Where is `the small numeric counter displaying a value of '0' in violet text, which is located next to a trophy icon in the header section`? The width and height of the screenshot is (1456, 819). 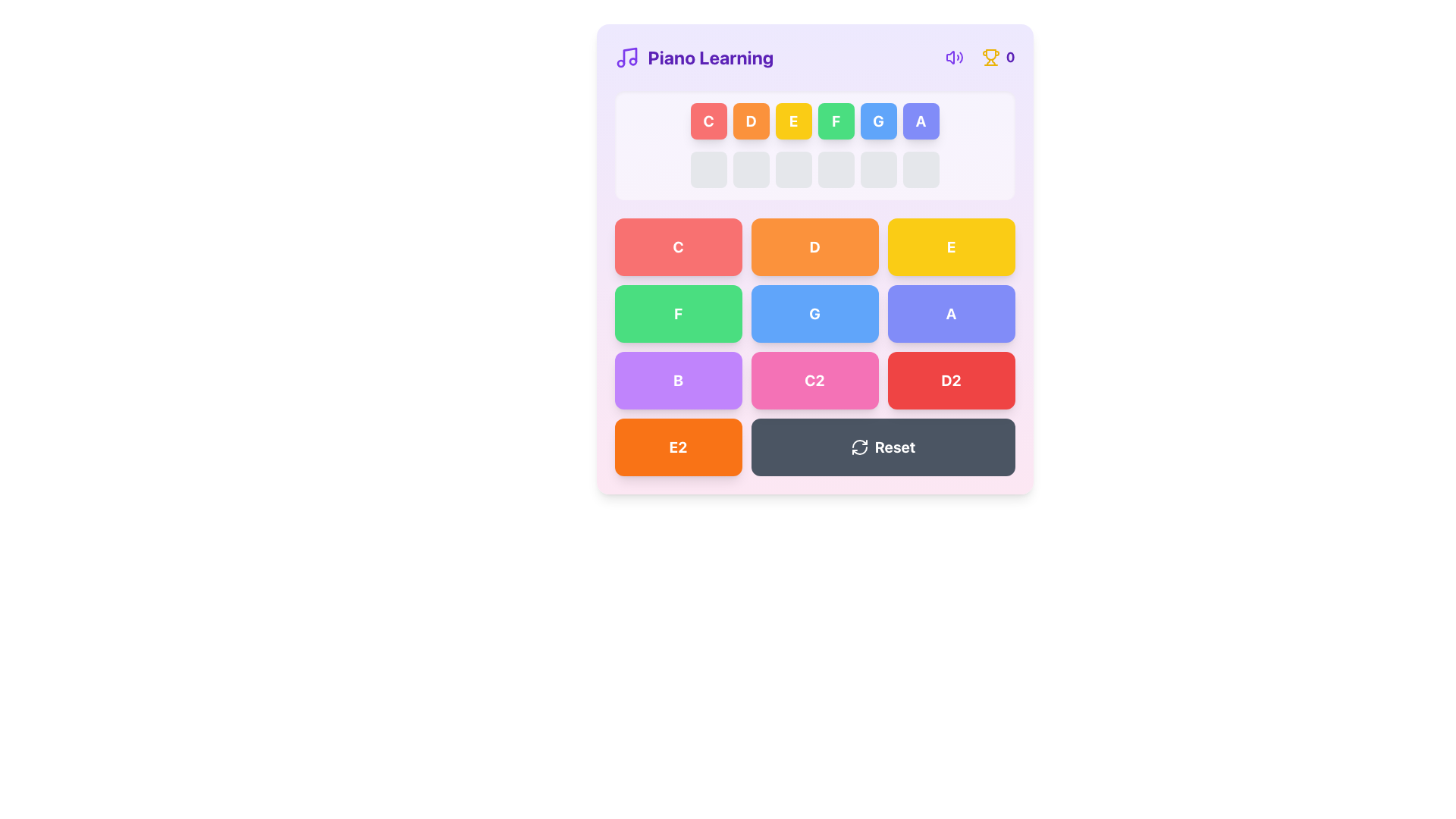
the small numeric counter displaying a value of '0' in violet text, which is located next to a trophy icon in the header section is located at coordinates (977, 57).